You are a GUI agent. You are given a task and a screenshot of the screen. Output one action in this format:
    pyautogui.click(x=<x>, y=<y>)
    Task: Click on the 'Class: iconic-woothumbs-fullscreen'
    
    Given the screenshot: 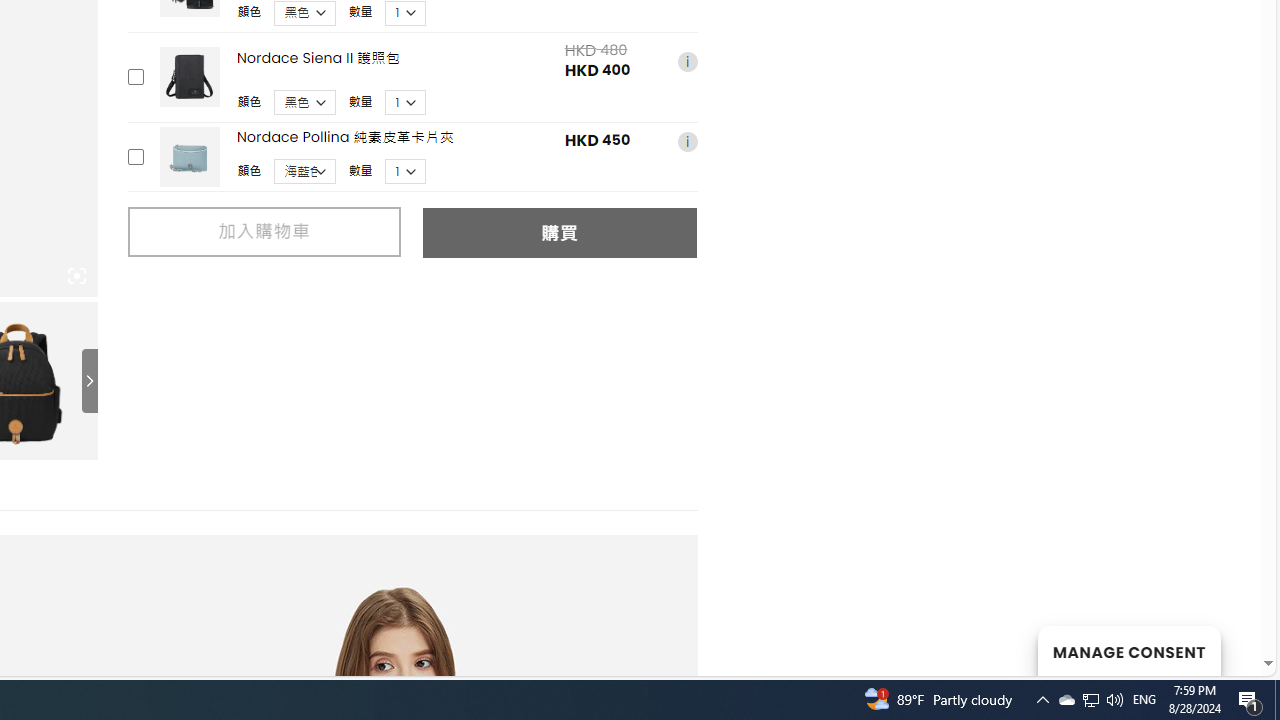 What is the action you would take?
    pyautogui.click(x=76, y=276)
    